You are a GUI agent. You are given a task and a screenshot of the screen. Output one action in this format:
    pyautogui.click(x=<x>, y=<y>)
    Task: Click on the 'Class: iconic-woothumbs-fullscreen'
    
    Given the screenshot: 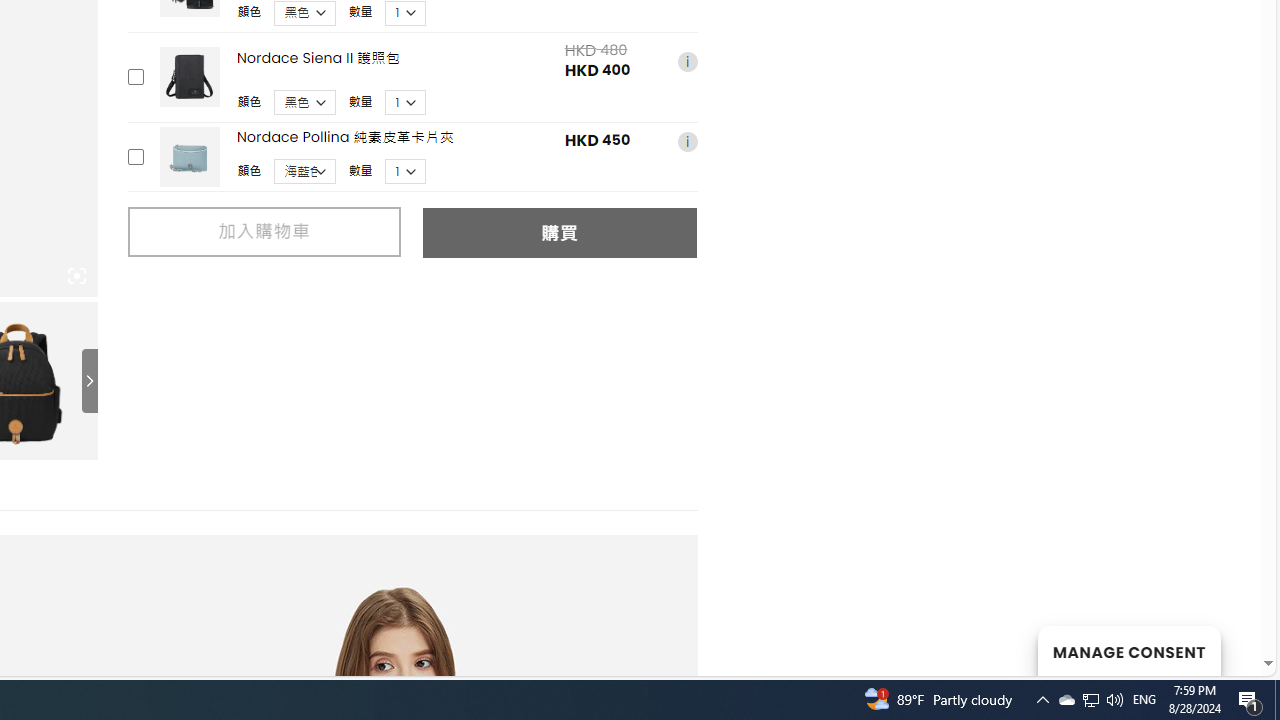 What is the action you would take?
    pyautogui.click(x=76, y=276)
    